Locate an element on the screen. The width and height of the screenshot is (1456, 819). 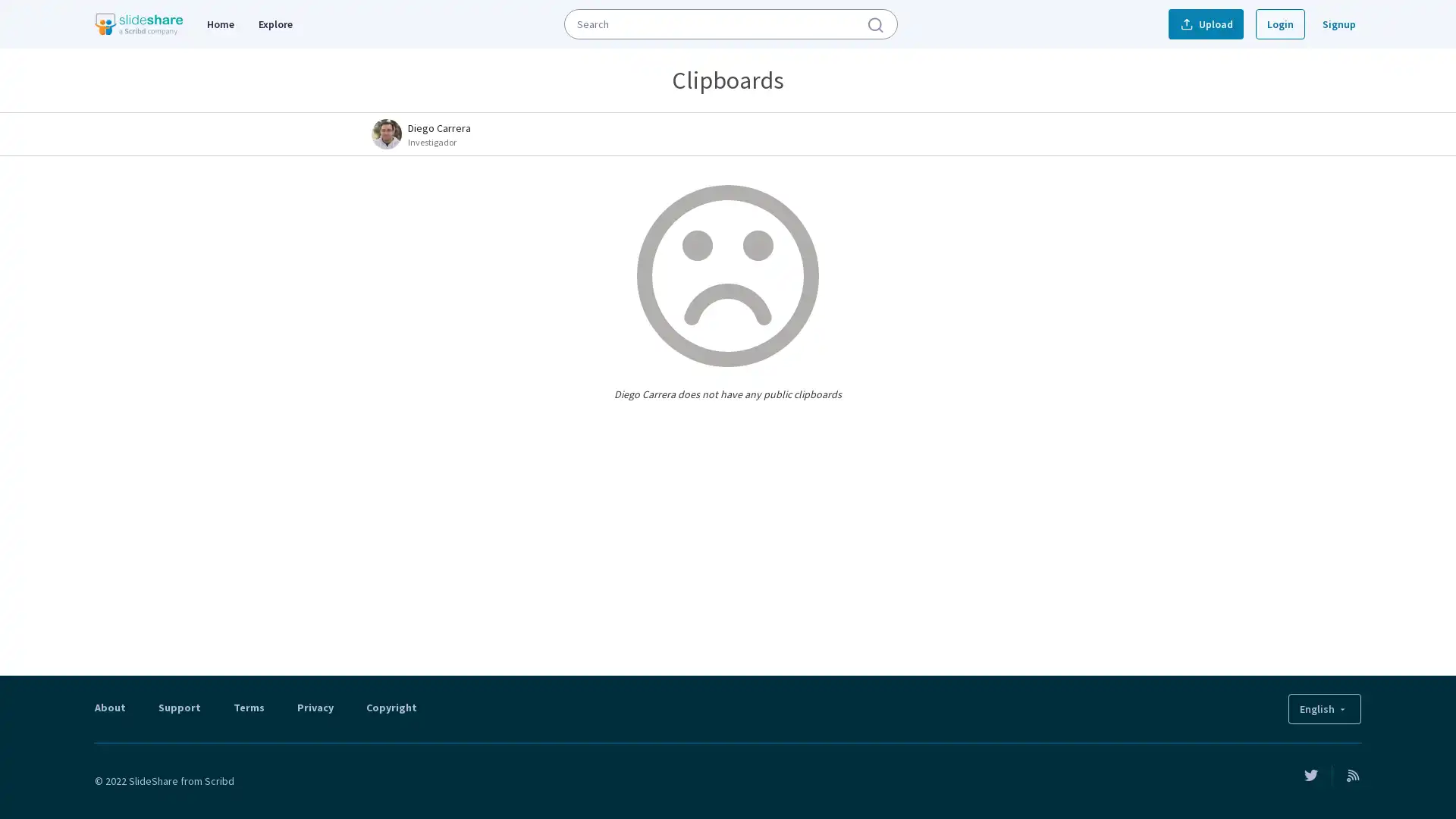
Submit Search is located at coordinates (874, 24).